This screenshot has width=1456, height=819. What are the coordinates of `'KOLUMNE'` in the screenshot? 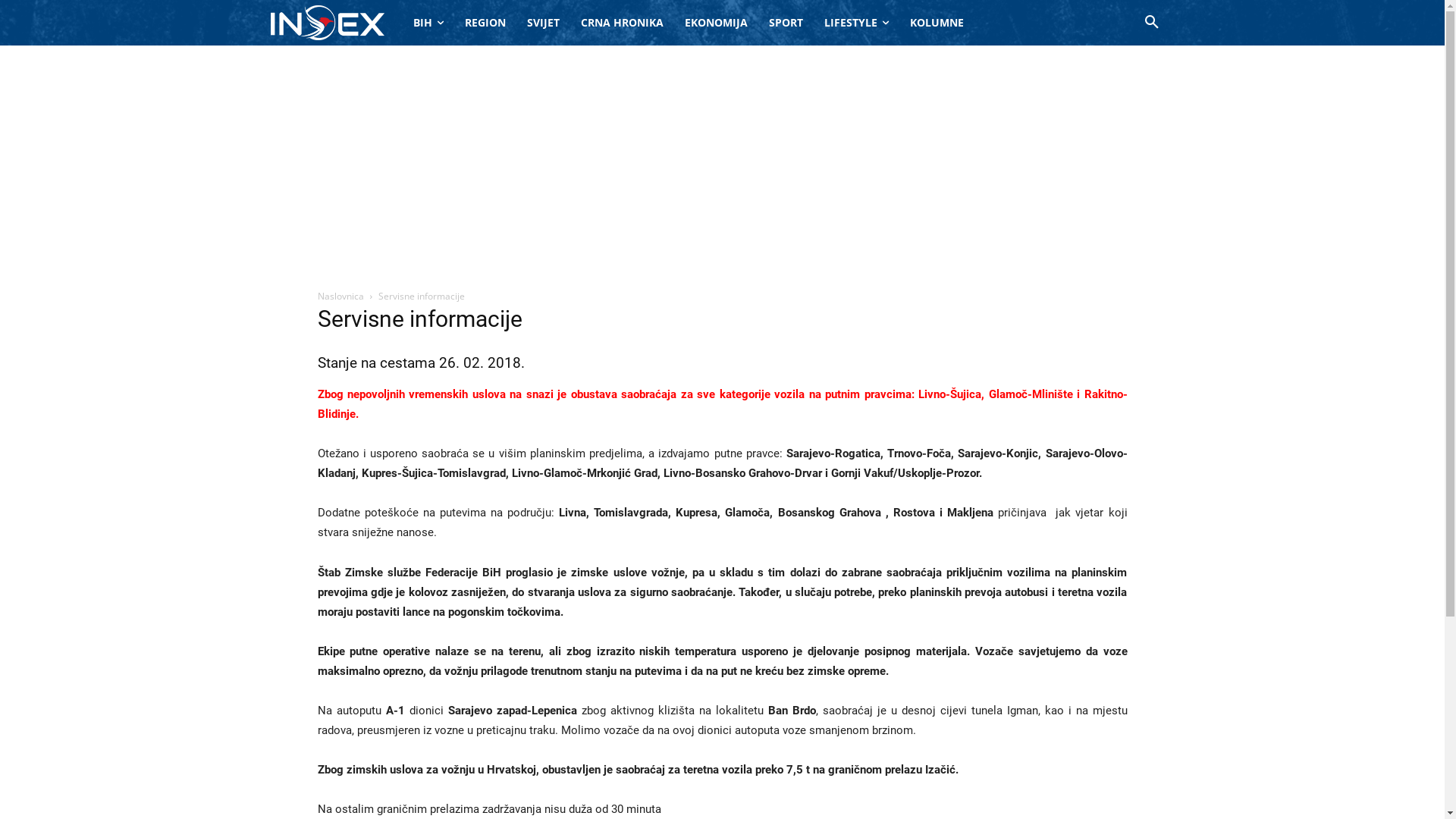 It's located at (936, 23).